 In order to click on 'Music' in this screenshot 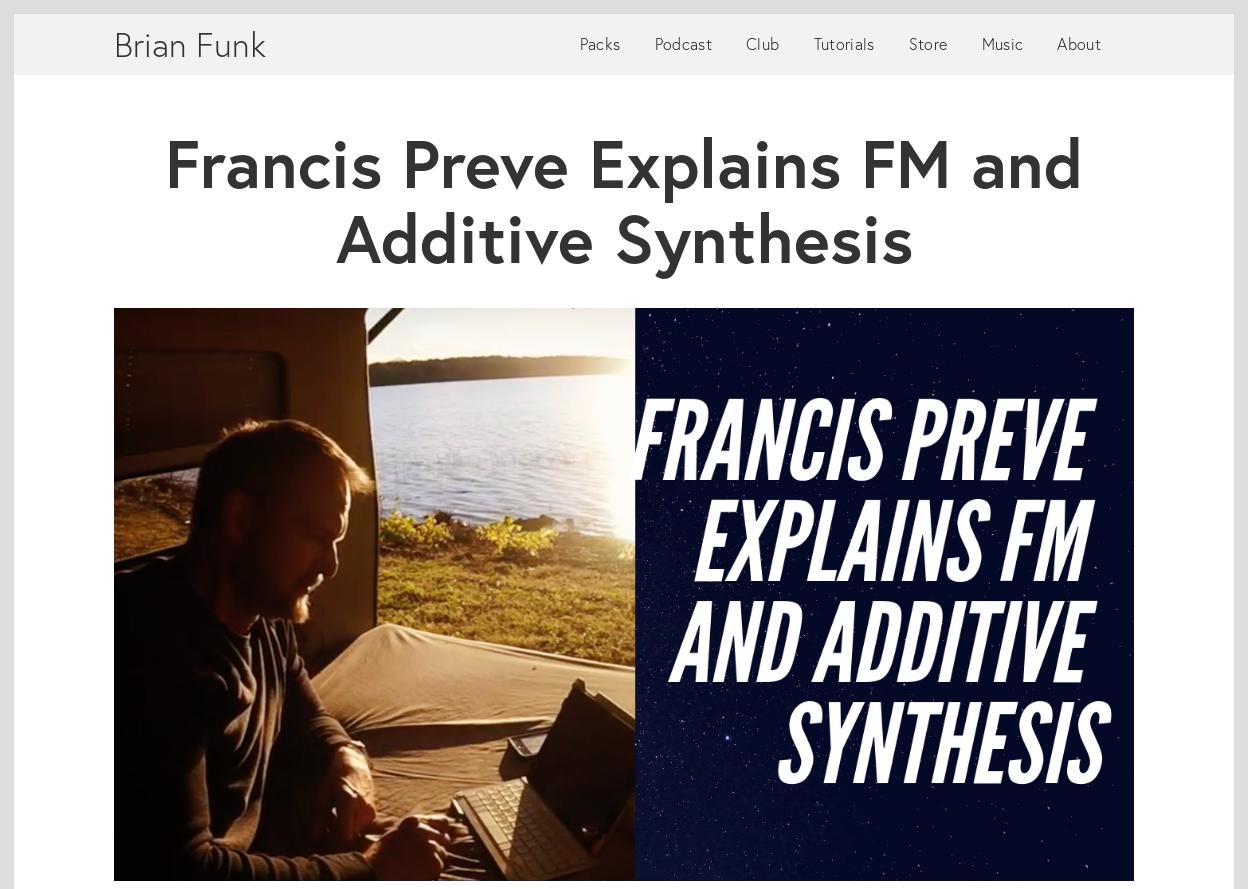, I will do `click(1001, 43)`.